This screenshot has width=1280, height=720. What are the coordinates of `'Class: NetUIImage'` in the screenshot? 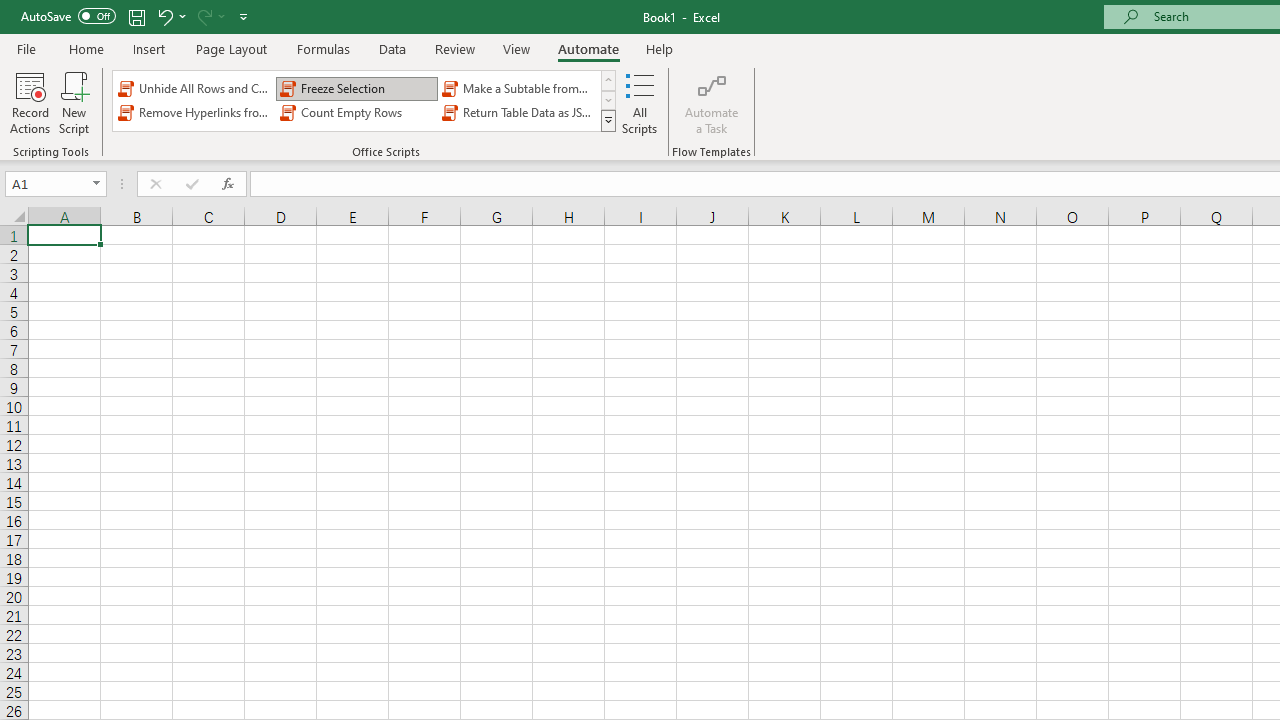 It's located at (608, 120).